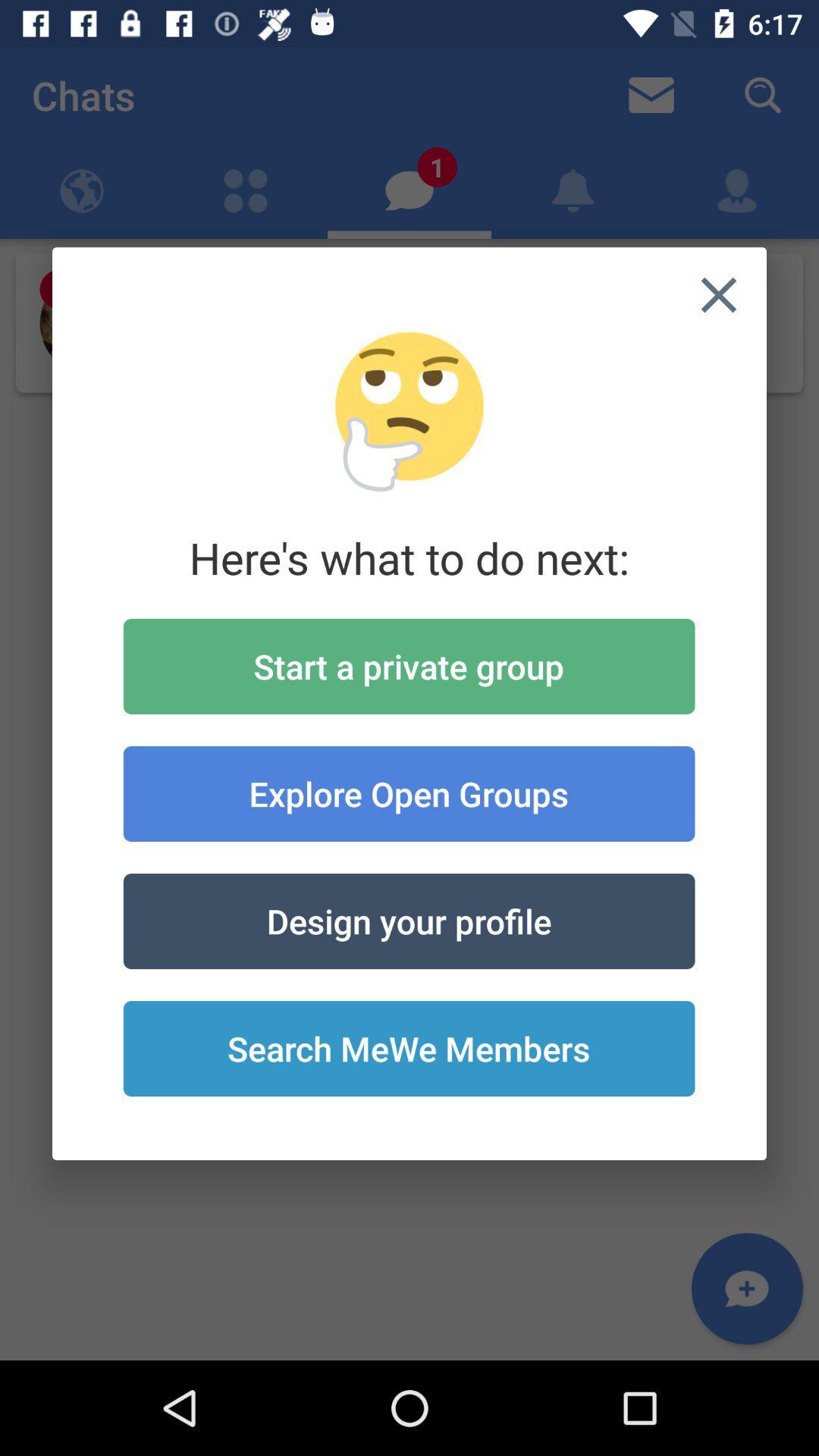 This screenshot has width=819, height=1456. I want to click on explore open groups item, so click(408, 792).